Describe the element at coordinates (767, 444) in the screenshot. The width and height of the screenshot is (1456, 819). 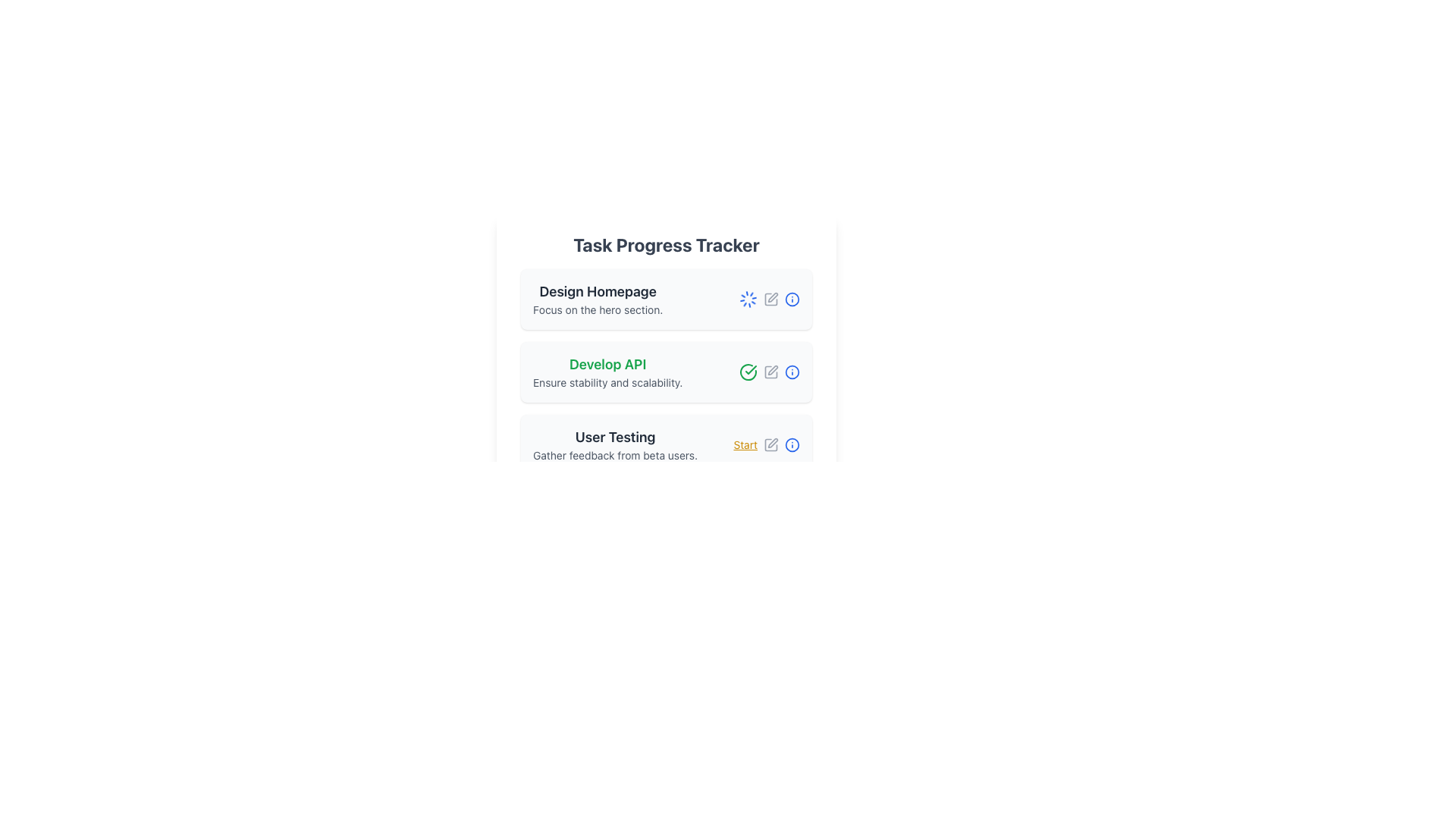
I see `the interactive hyperlink text labeled 'Start' in yellow text with an underline located in the bottom-right corner of the 'User Testing' card` at that location.